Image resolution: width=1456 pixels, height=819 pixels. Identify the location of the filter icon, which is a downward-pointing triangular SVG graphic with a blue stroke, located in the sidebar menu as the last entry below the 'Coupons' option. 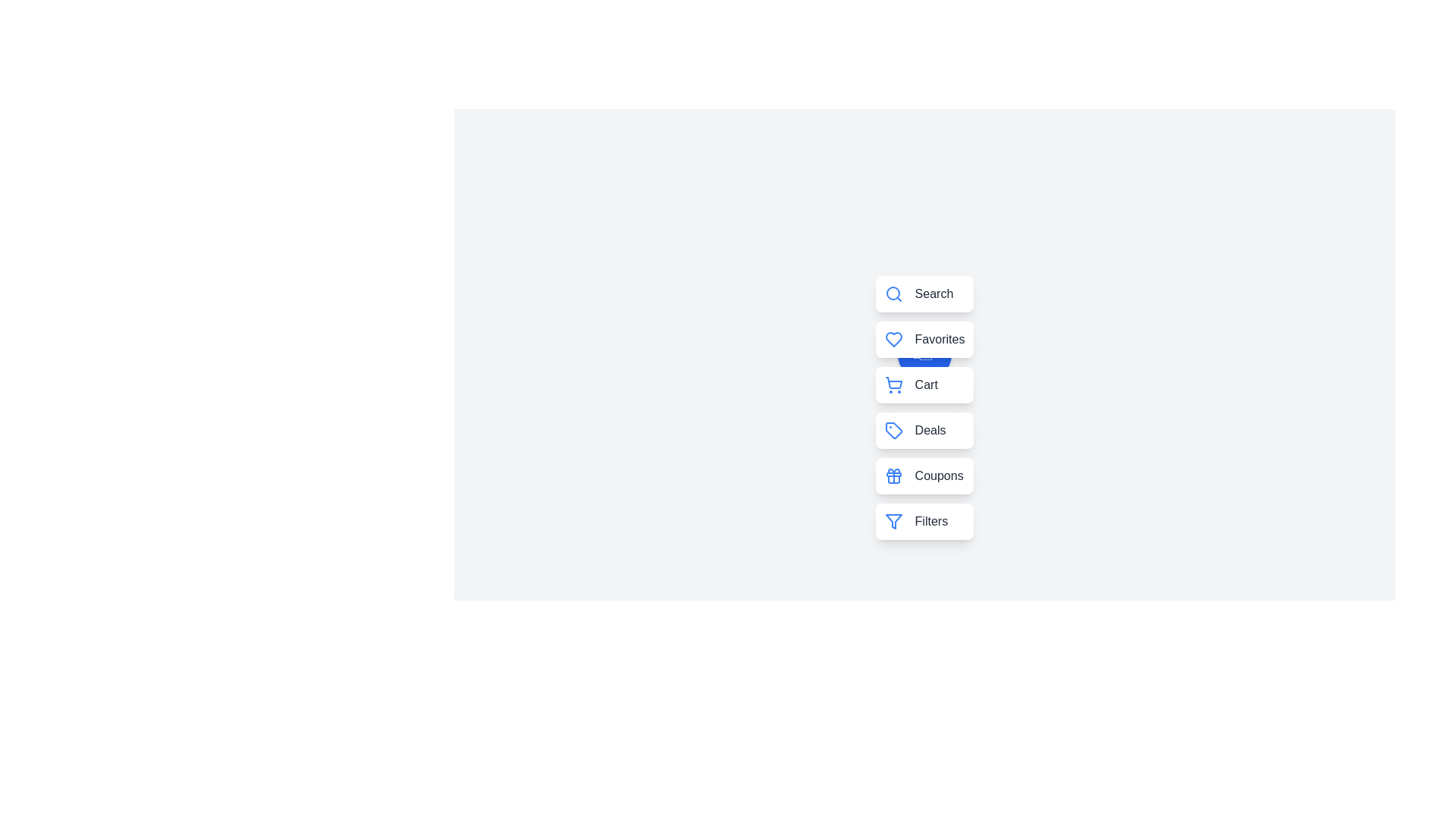
(893, 520).